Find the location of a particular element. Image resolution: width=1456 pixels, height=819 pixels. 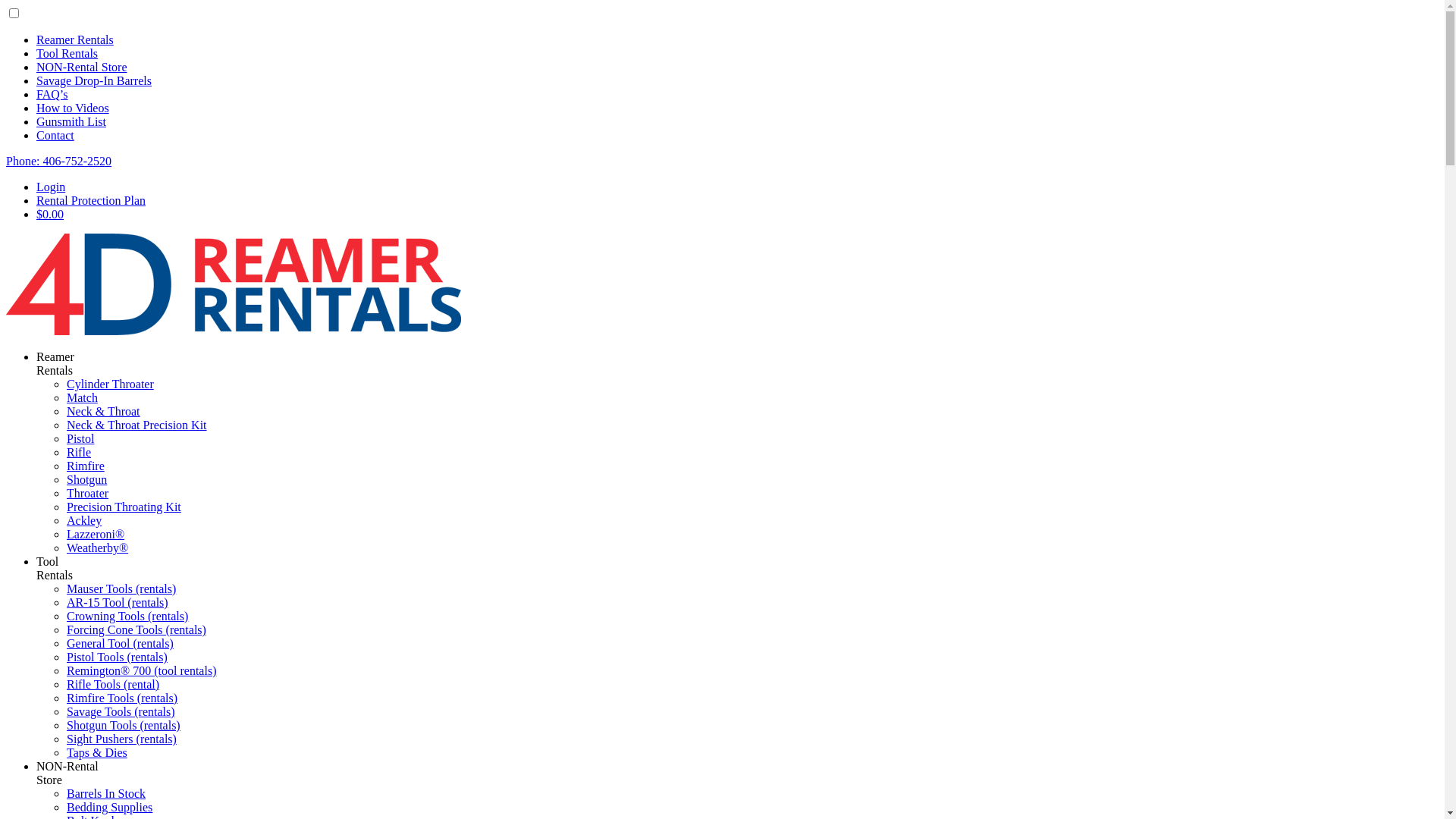

'Taps & Dies' is located at coordinates (96, 752).